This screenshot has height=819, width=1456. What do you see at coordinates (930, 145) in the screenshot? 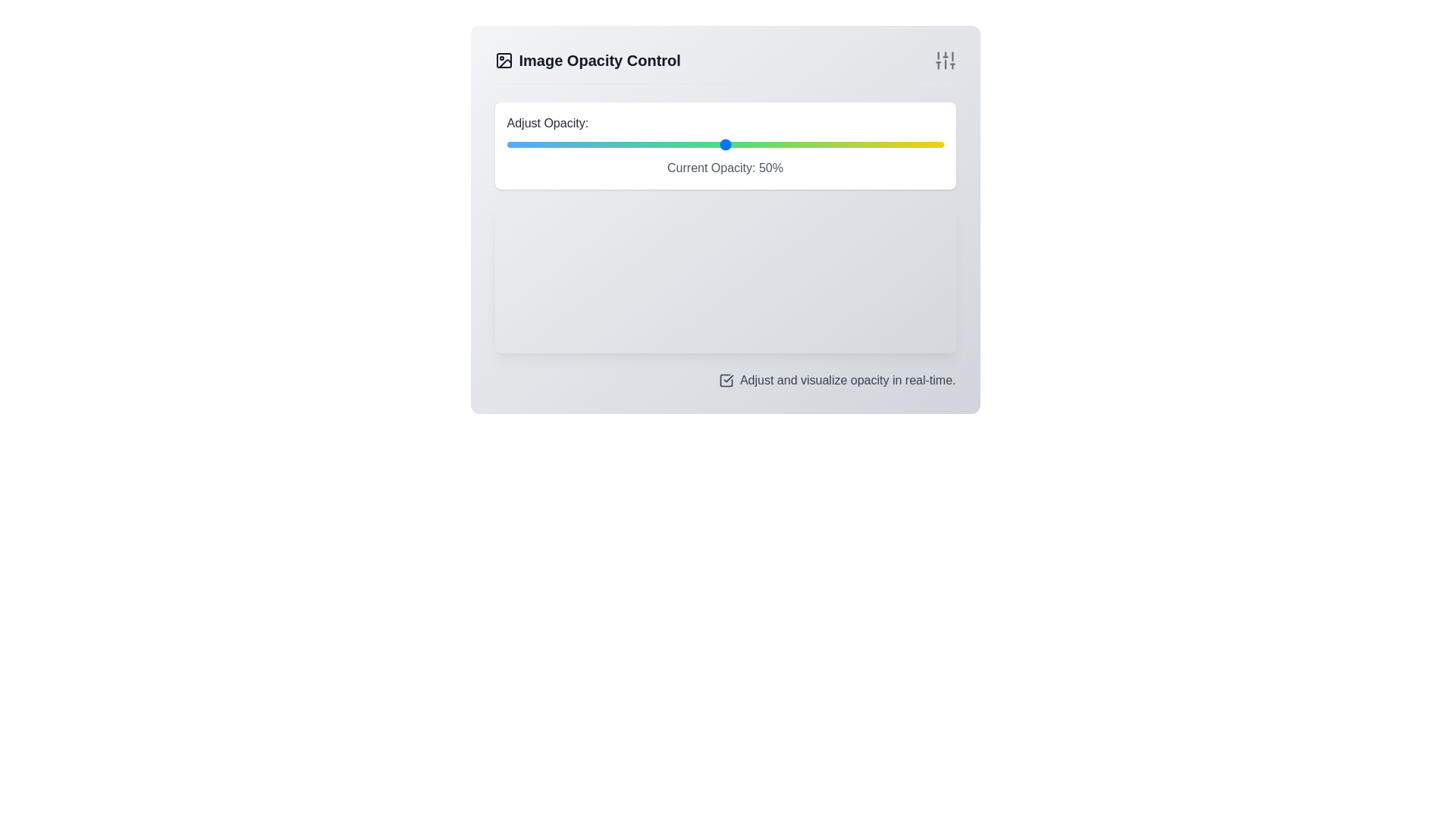
I see `the opacity` at bounding box center [930, 145].